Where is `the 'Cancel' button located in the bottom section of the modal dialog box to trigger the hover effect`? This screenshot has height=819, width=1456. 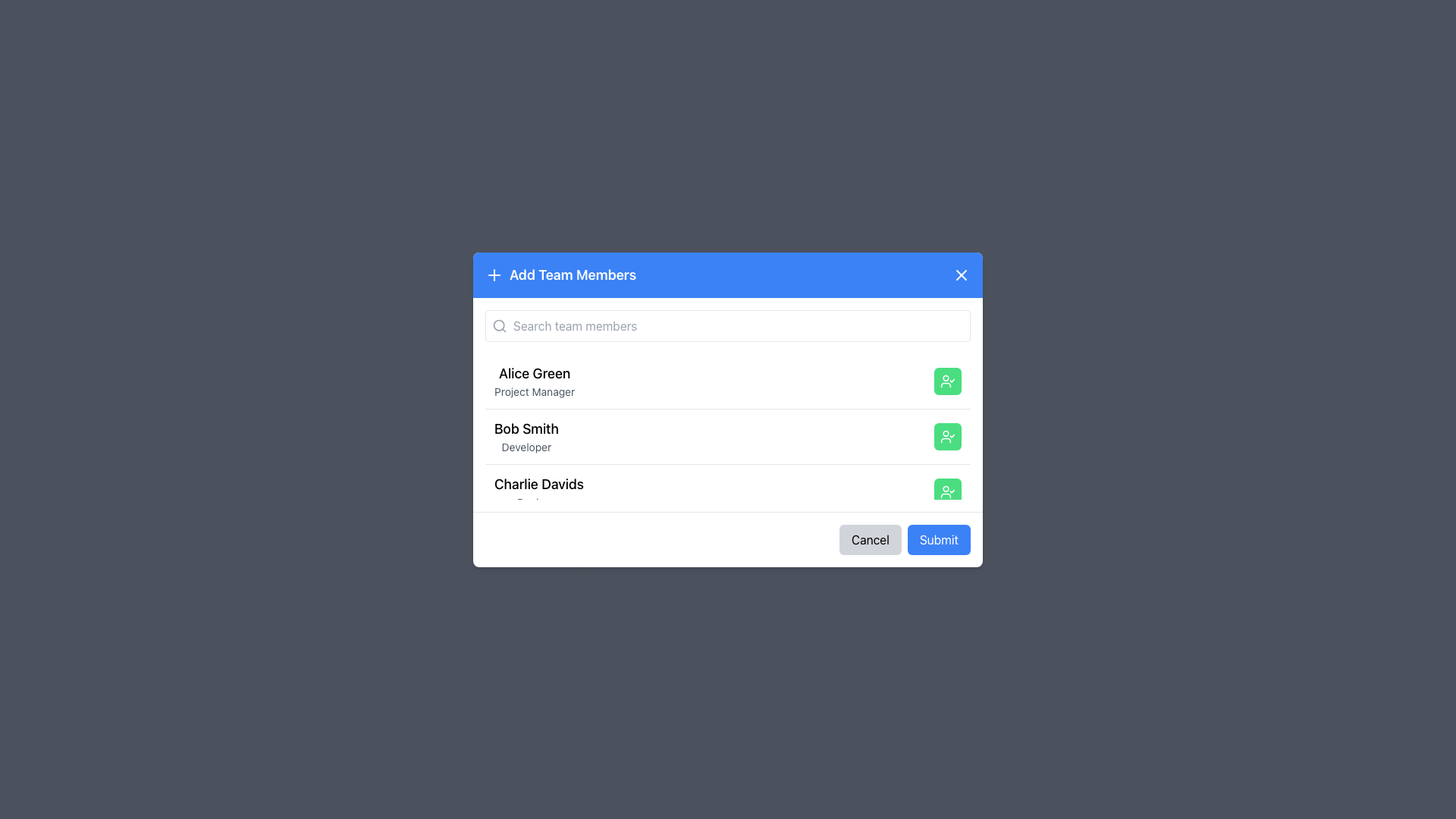
the 'Cancel' button located in the bottom section of the modal dialog box to trigger the hover effect is located at coordinates (870, 538).